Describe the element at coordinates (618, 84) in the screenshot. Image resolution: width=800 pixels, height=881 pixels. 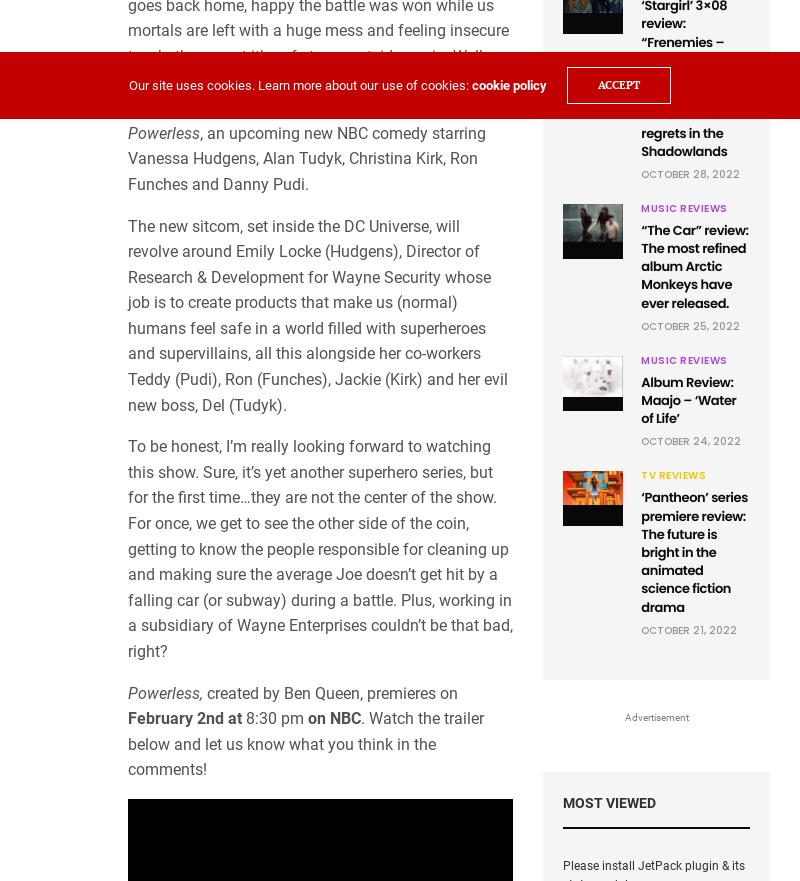
I see `'ACCEPT'` at that location.